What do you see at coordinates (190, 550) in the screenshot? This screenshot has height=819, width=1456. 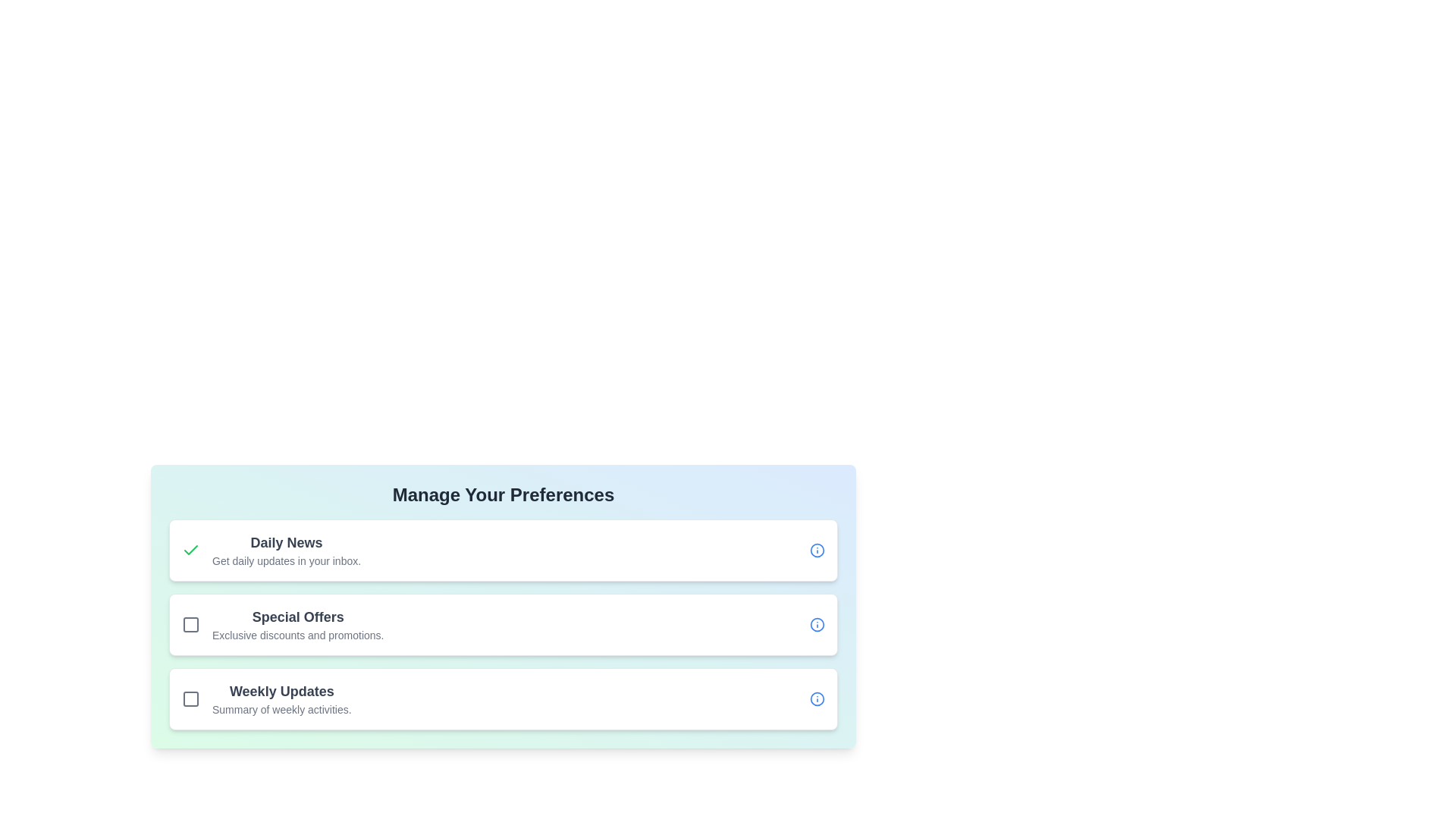 I see `the checkmark icon indicating that the associated checkbox for the 'Daily News' subscription option is selected` at bounding box center [190, 550].